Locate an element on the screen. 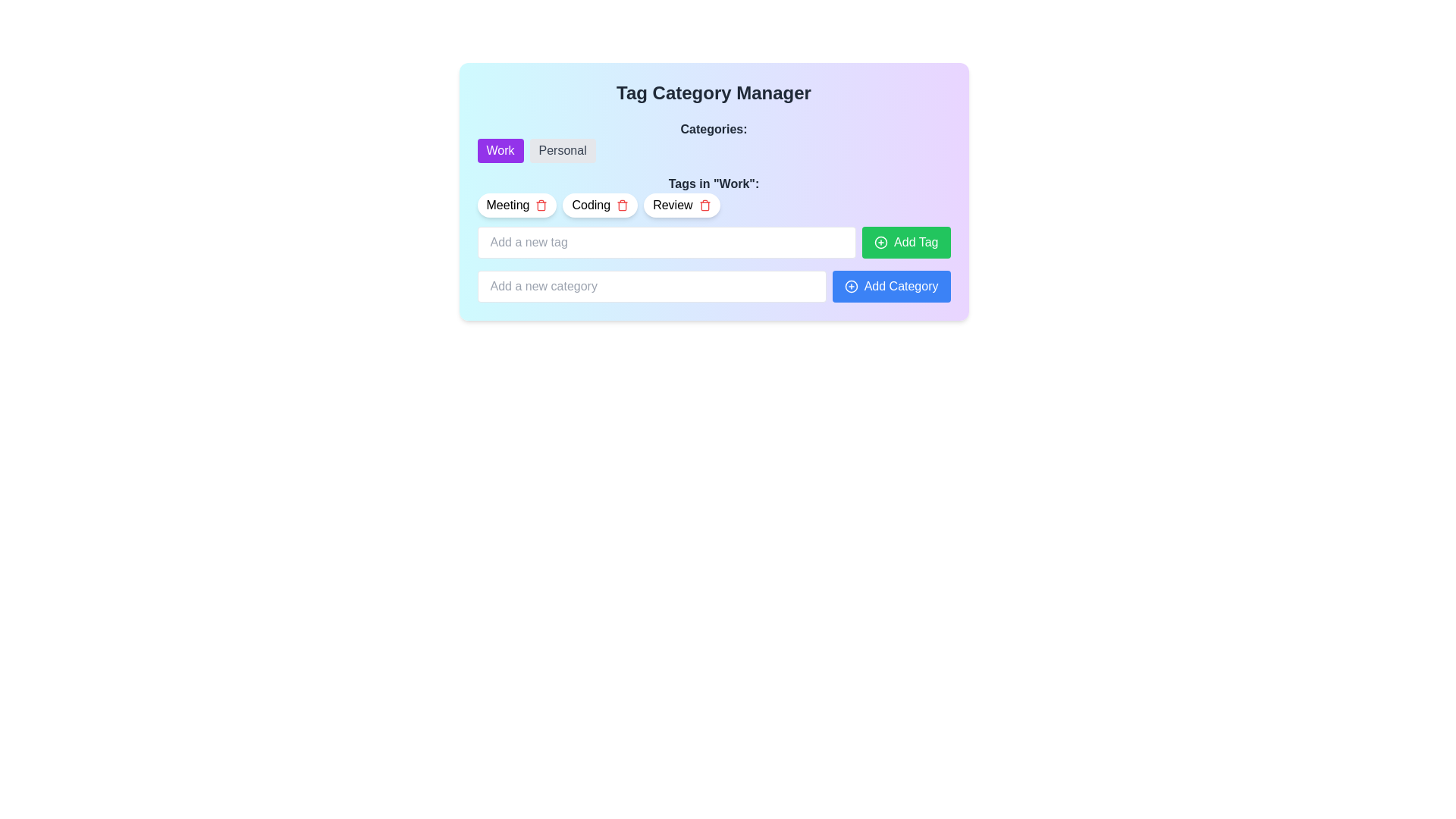  the Interactive trash icon button located to the right of the 'Meeting' text is located at coordinates (541, 205).